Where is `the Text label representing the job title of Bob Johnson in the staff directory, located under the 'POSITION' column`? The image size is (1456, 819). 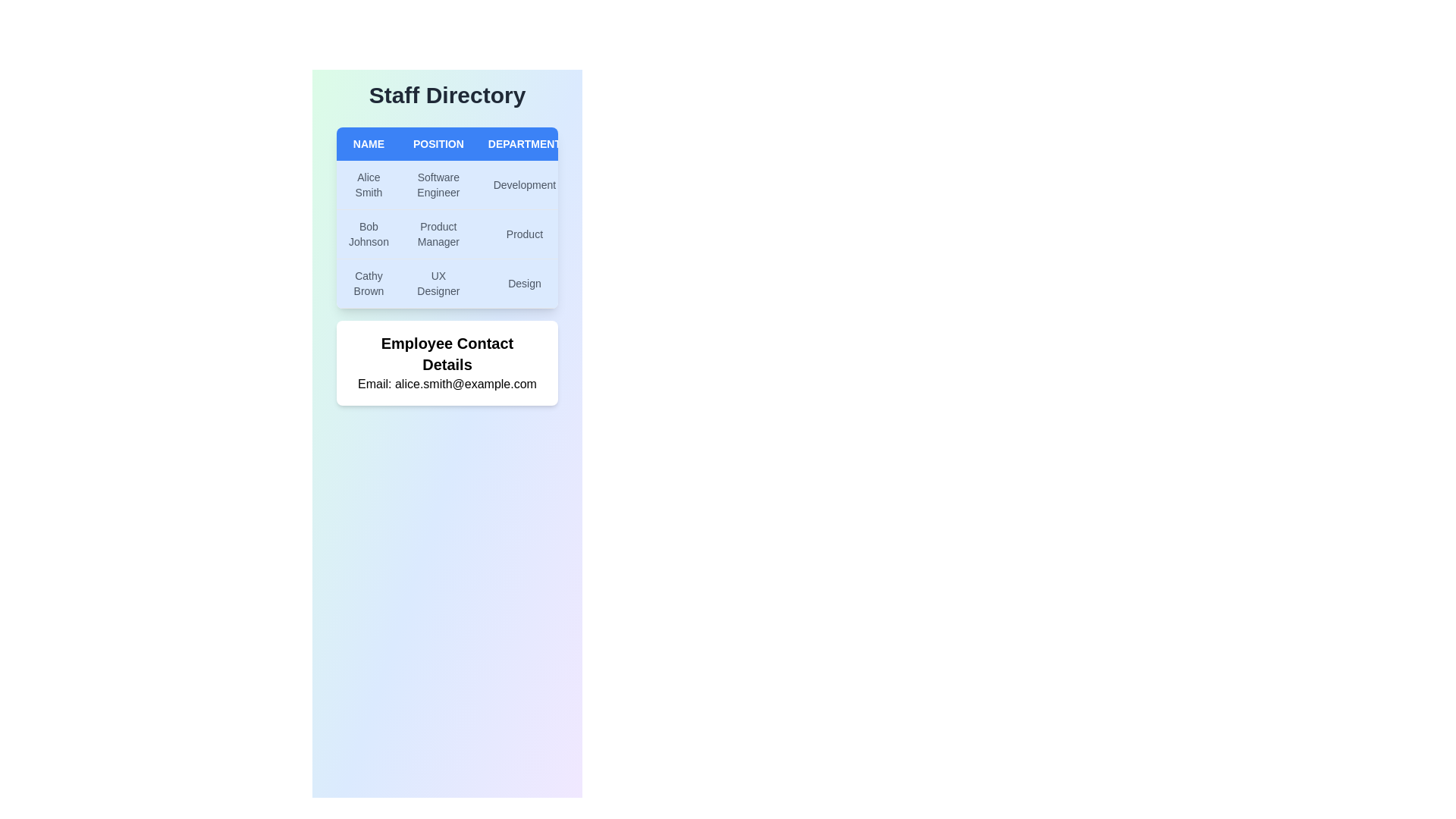
the Text label representing the job title of Bob Johnson in the staff directory, located under the 'POSITION' column is located at coordinates (438, 234).